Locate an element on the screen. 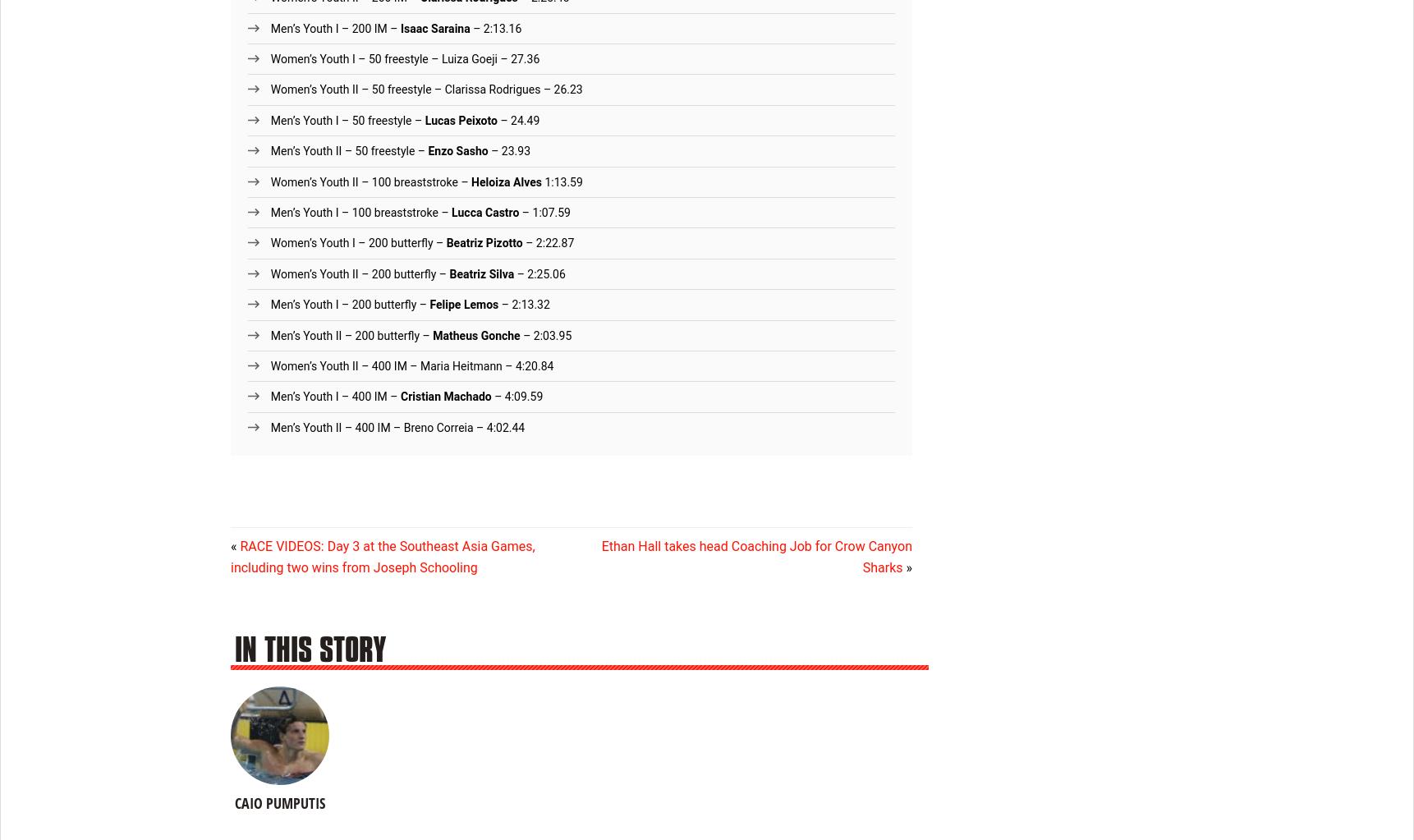  'Lucas Peixoto' is located at coordinates (460, 118).